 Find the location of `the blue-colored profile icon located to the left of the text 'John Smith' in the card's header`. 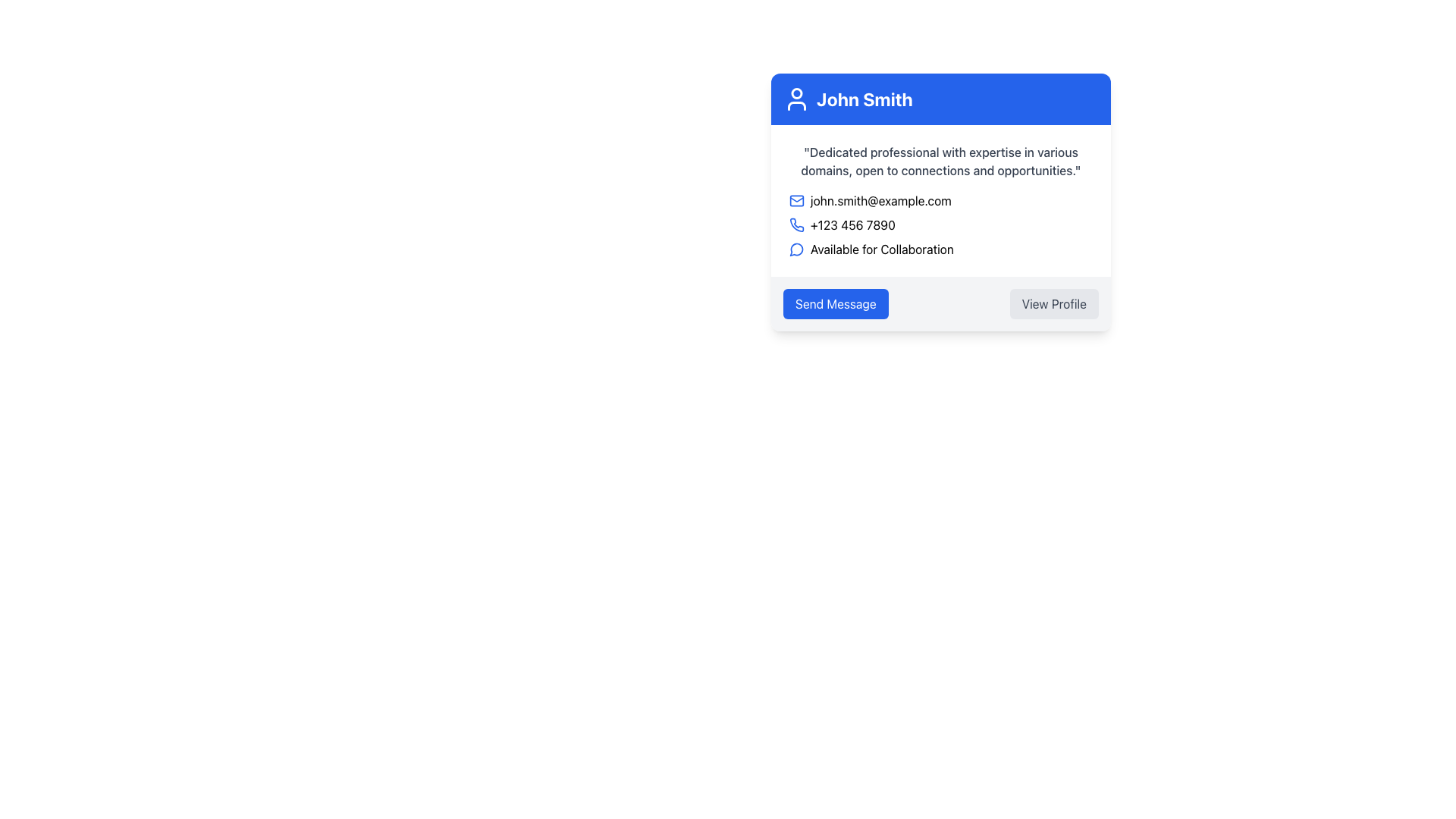

the blue-colored profile icon located to the left of the text 'John Smith' in the card's header is located at coordinates (796, 99).